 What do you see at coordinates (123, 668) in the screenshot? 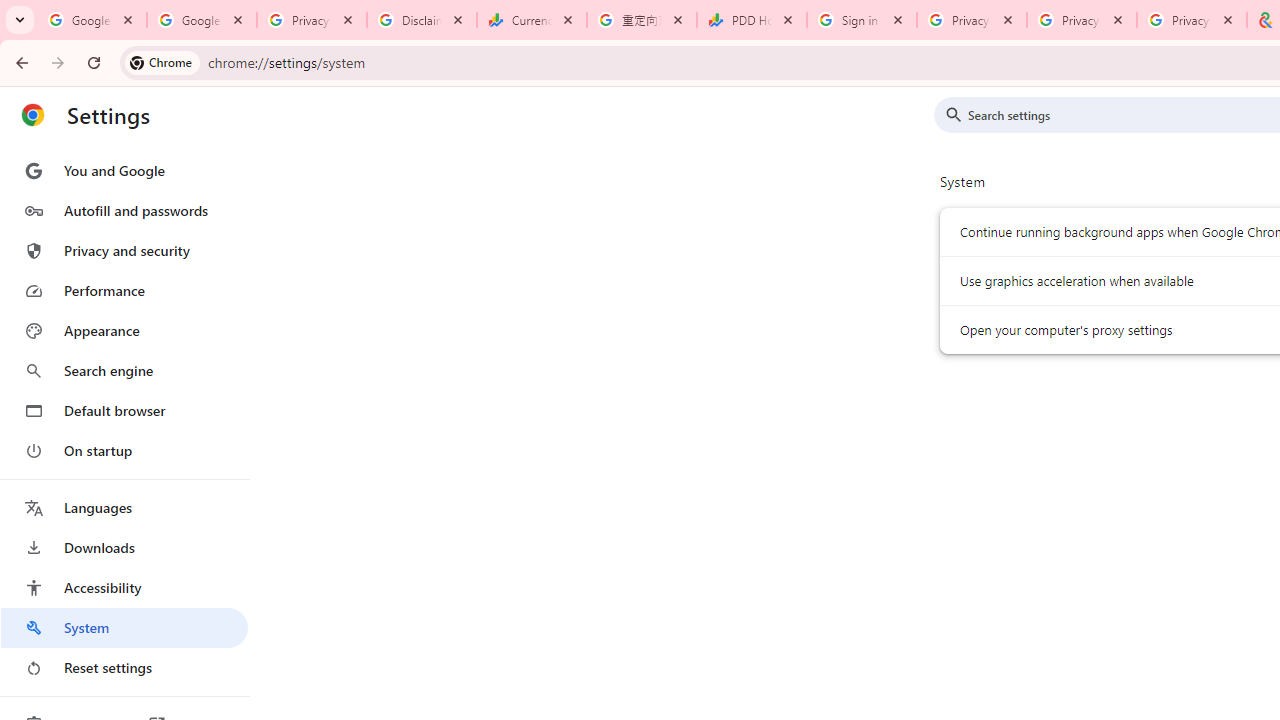
I see `'Reset settings'` at bounding box center [123, 668].